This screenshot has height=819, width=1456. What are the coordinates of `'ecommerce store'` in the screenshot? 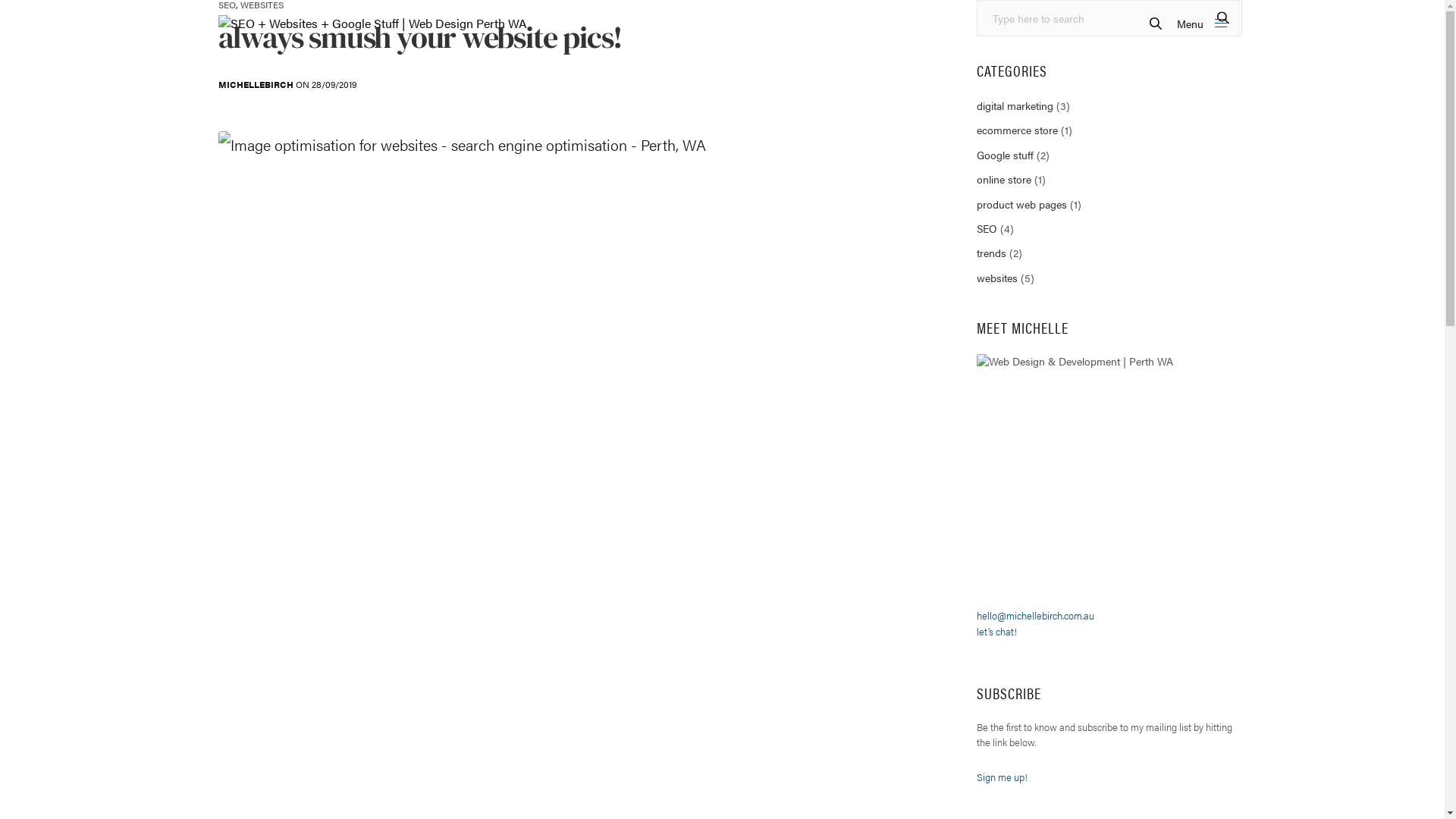 It's located at (1017, 128).